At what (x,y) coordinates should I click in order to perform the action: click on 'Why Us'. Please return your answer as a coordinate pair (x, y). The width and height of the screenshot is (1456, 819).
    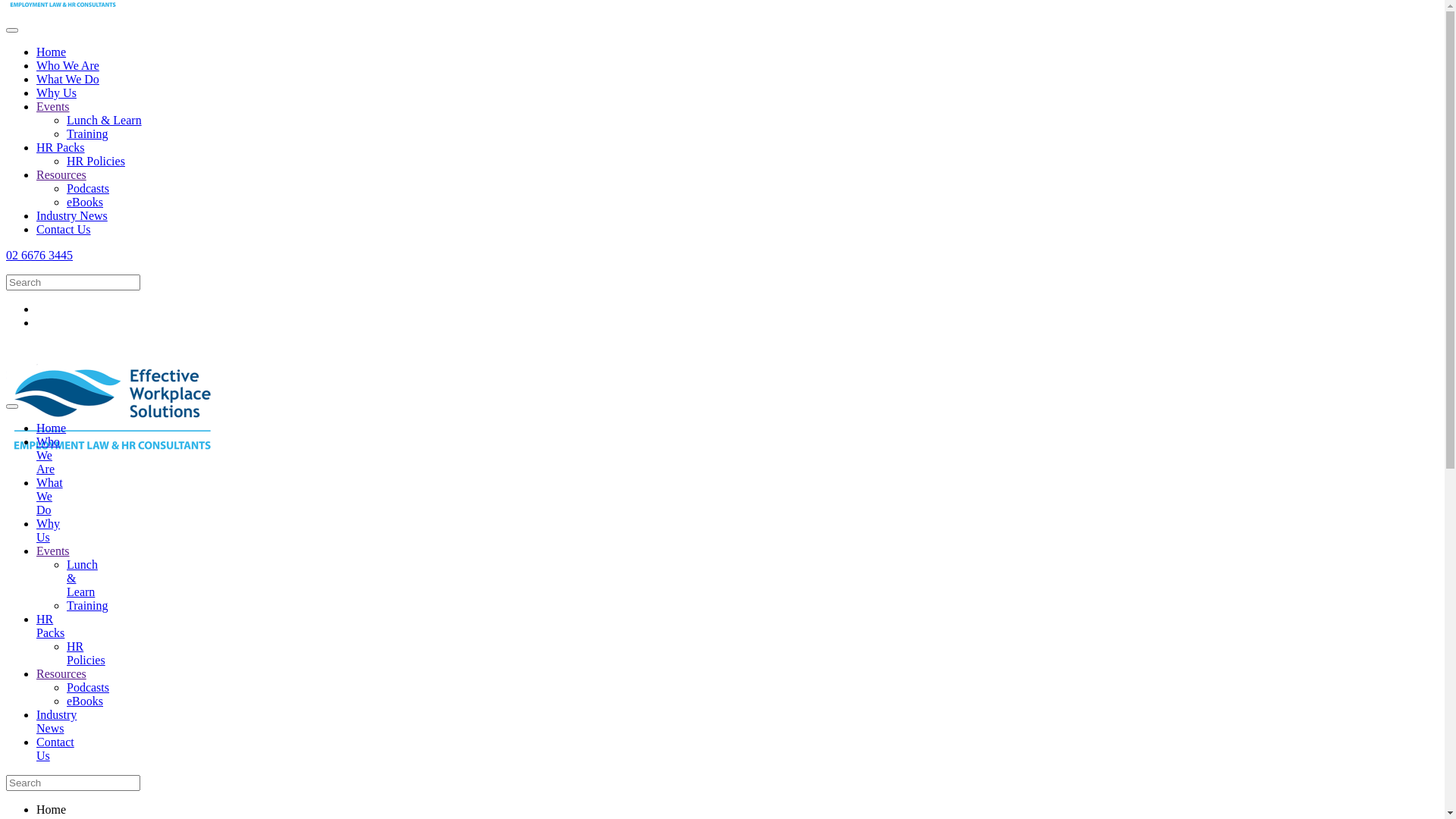
    Looking at the image, I should click on (48, 529).